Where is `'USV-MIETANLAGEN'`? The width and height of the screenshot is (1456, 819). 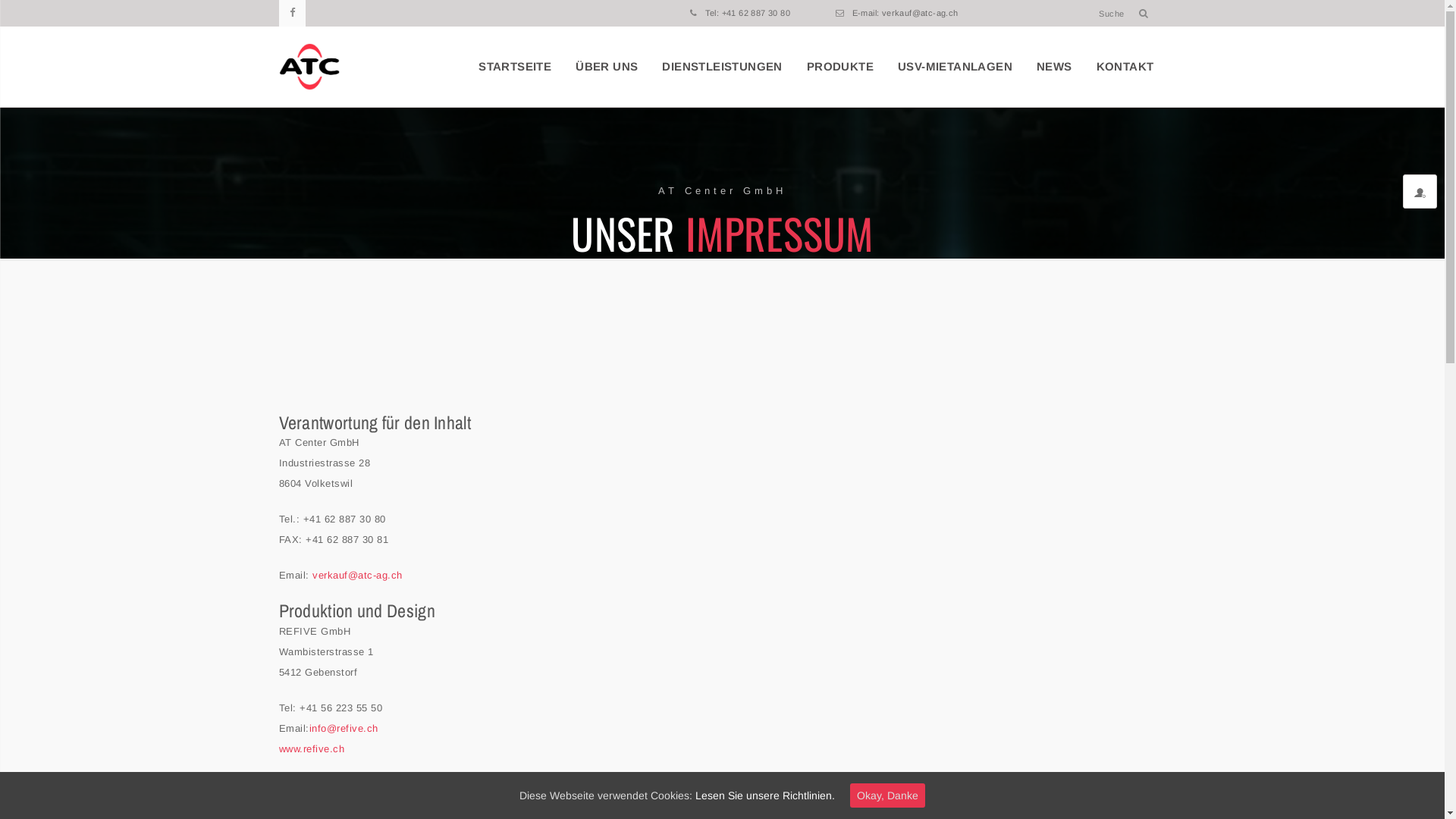
'USV-MIETANLAGEN' is located at coordinates (954, 66).